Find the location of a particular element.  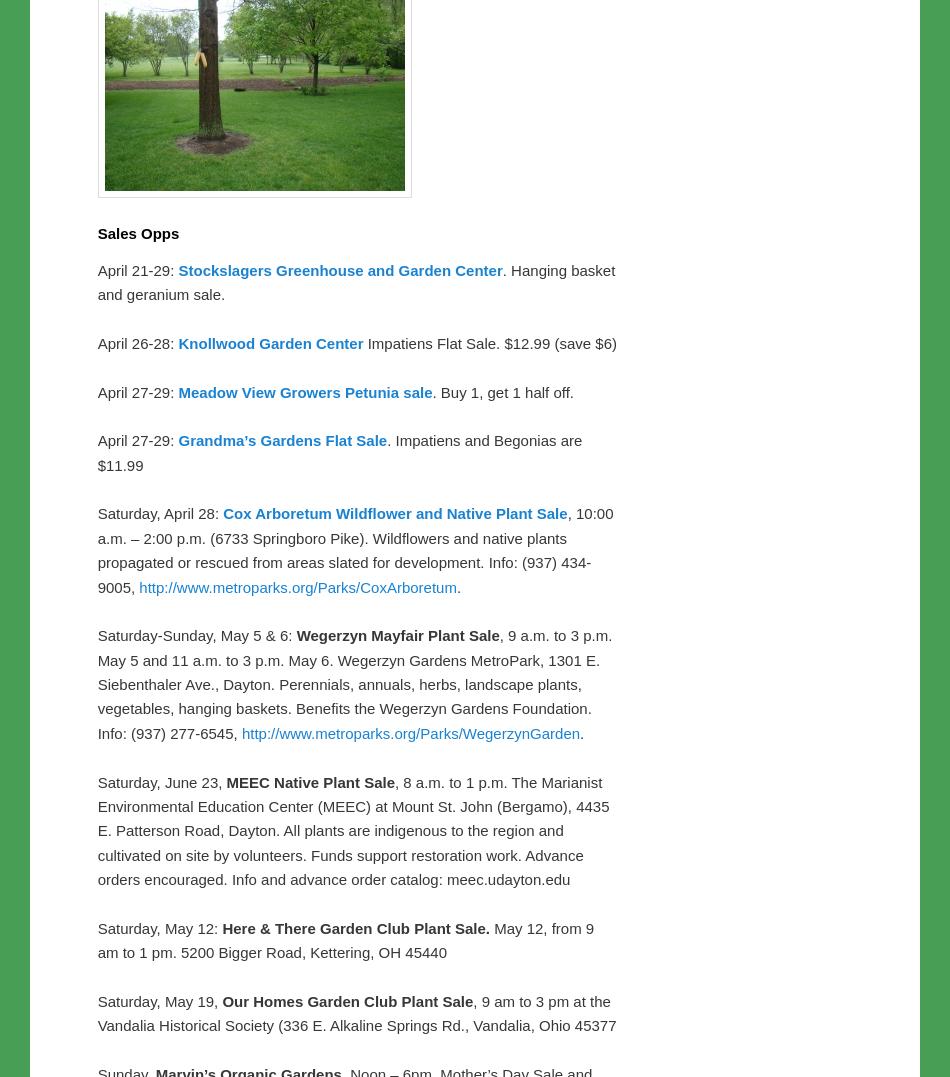

'MEEC Native Plant Sale' is located at coordinates (226, 780).